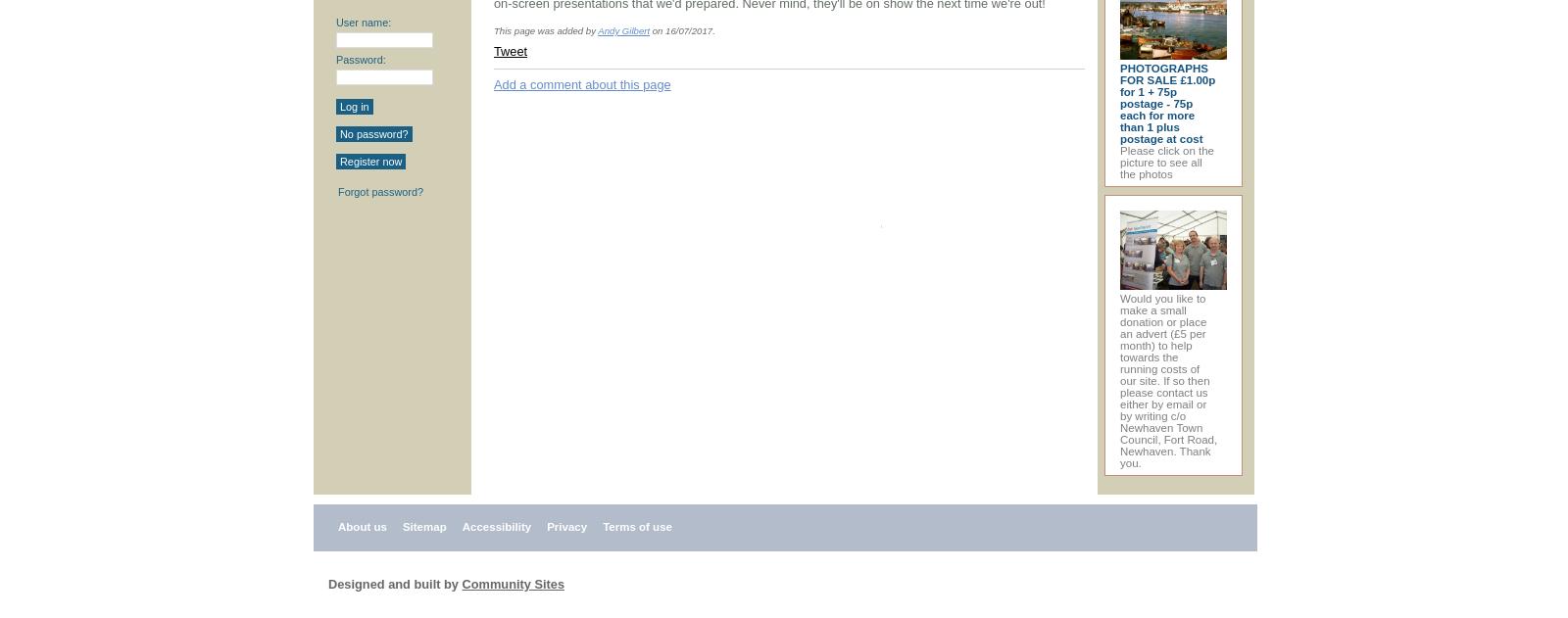 The height and width of the screenshot is (618, 1568). Describe the element at coordinates (509, 51) in the screenshot. I see `'Tweet'` at that location.